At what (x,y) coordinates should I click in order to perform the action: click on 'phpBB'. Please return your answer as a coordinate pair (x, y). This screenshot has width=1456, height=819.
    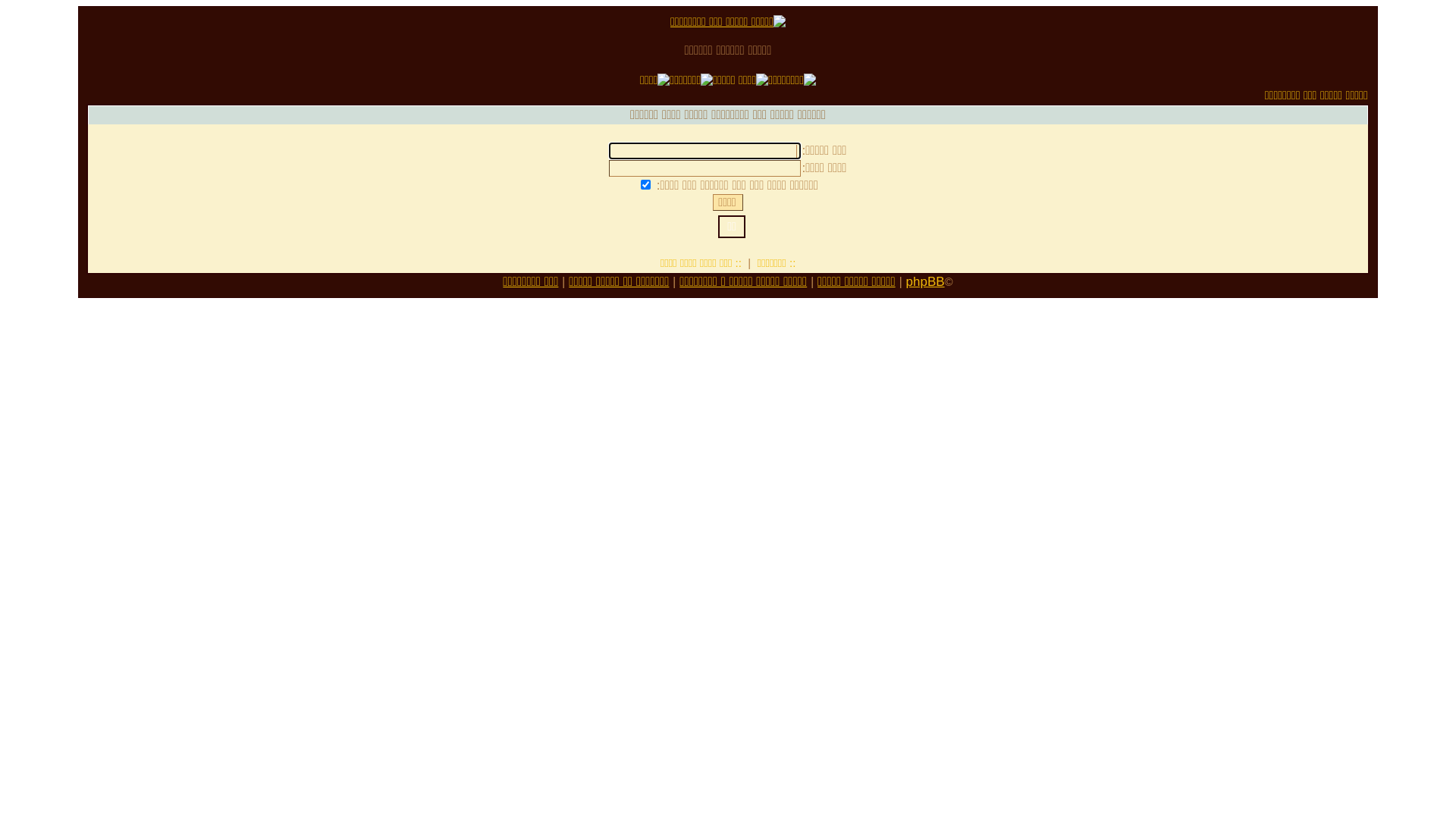
    Looking at the image, I should click on (924, 281).